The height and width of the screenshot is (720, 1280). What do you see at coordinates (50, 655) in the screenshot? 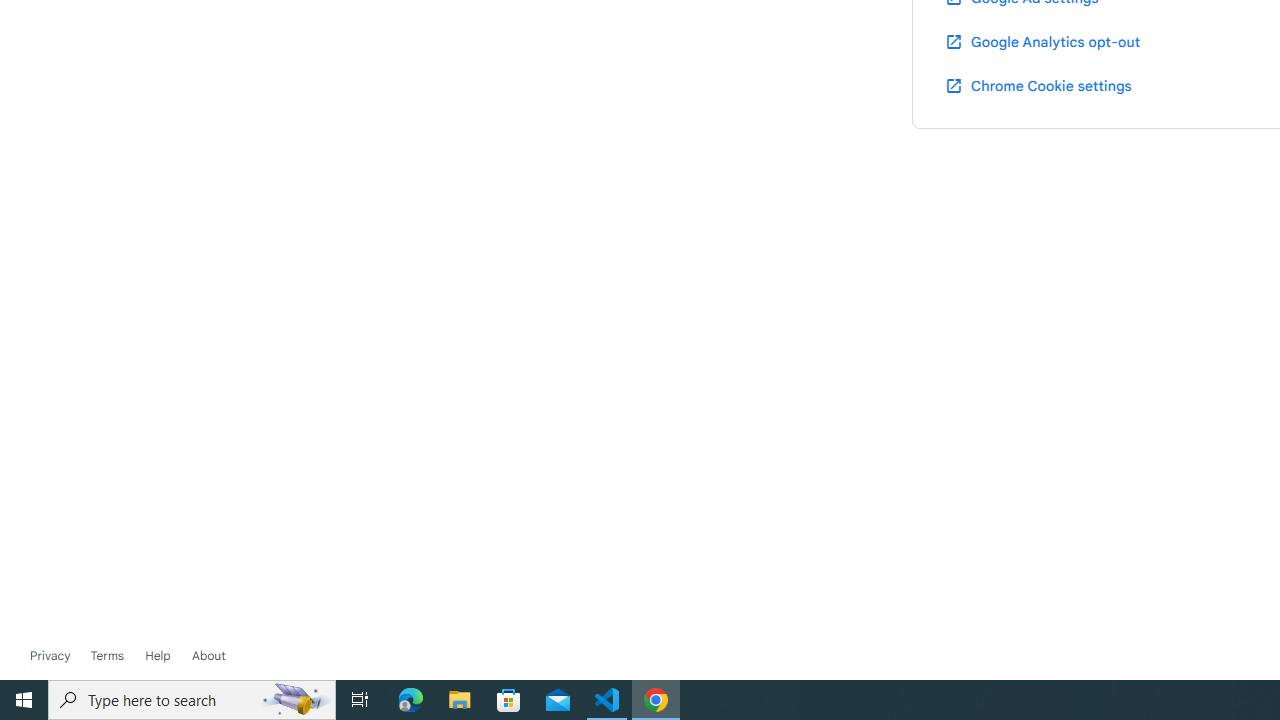
I see `'Privacy'` at bounding box center [50, 655].